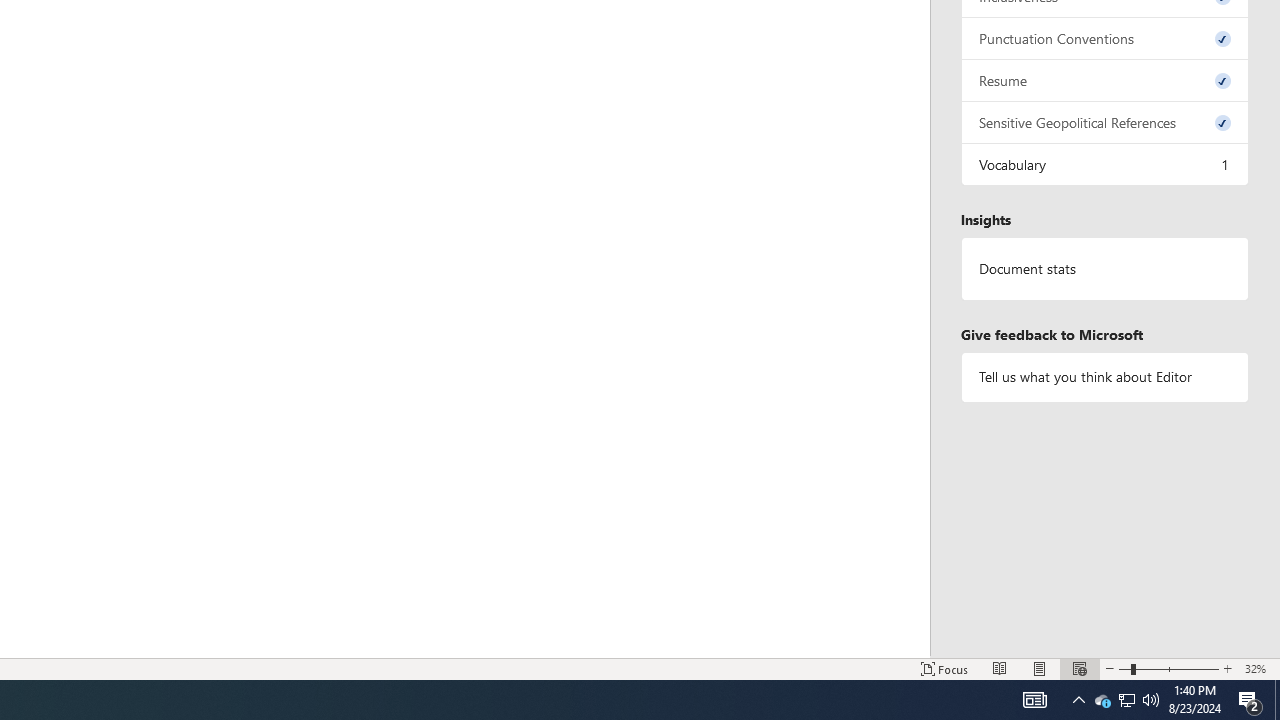  Describe the element at coordinates (1104, 163) in the screenshot. I see `'Vocabulary, 1 issue. Press space or enter to review items.'` at that location.